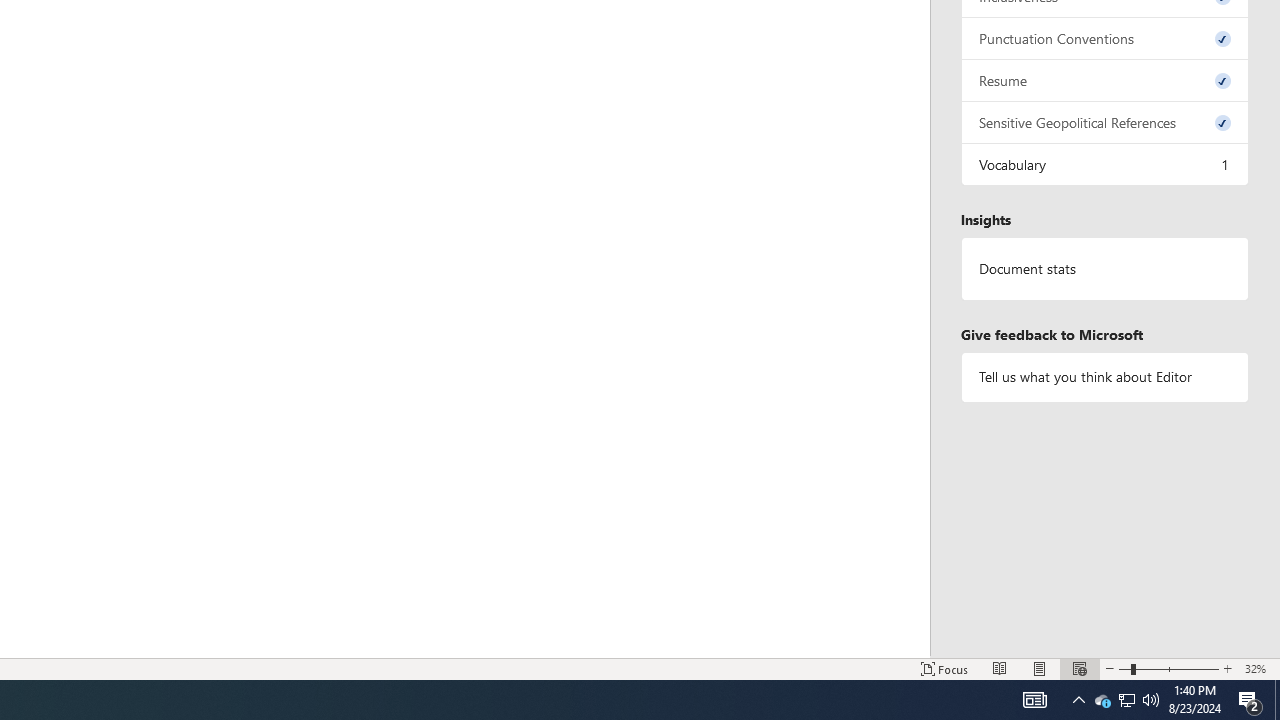  Describe the element at coordinates (1104, 163) in the screenshot. I see `'Vocabulary, 1 issue. Press space or enter to review items.'` at that location.